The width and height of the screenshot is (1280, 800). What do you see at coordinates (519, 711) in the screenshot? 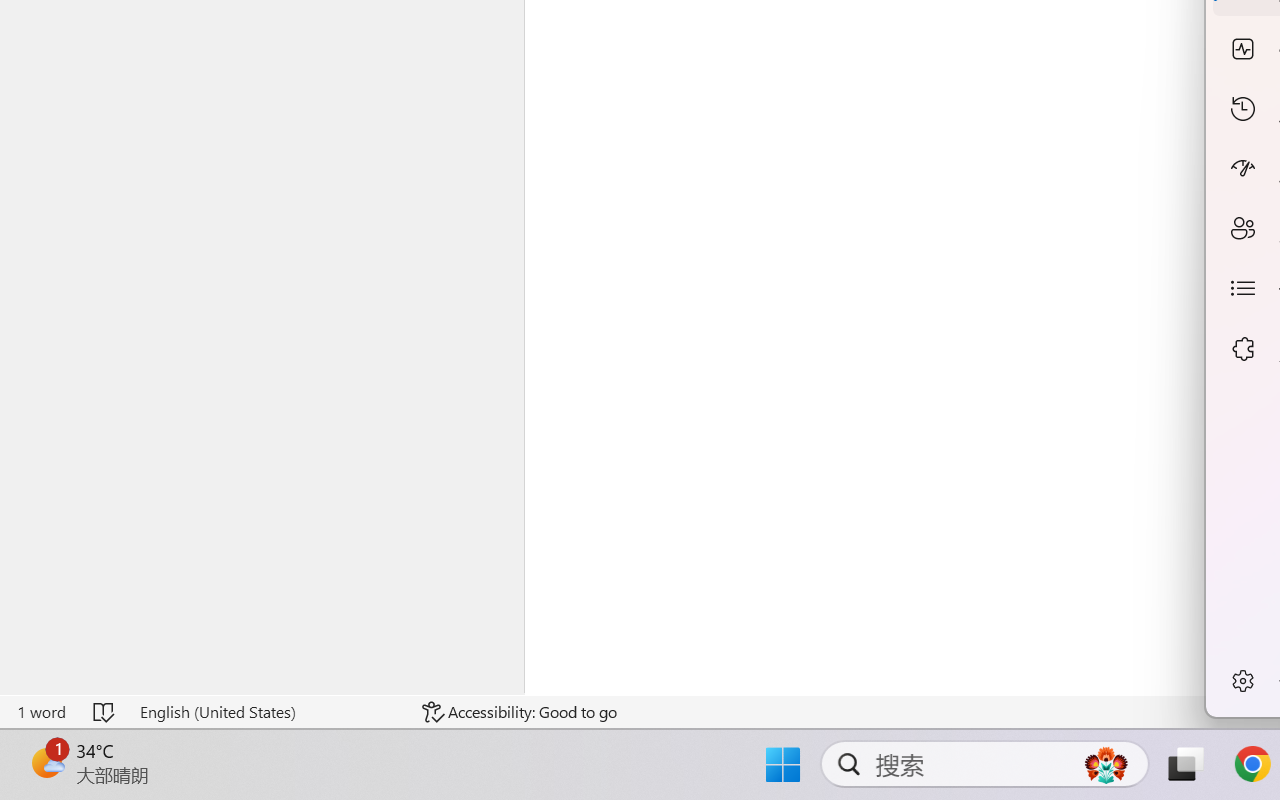
I see `'Accessibility Checker Accessibility: Good to go'` at bounding box center [519, 711].